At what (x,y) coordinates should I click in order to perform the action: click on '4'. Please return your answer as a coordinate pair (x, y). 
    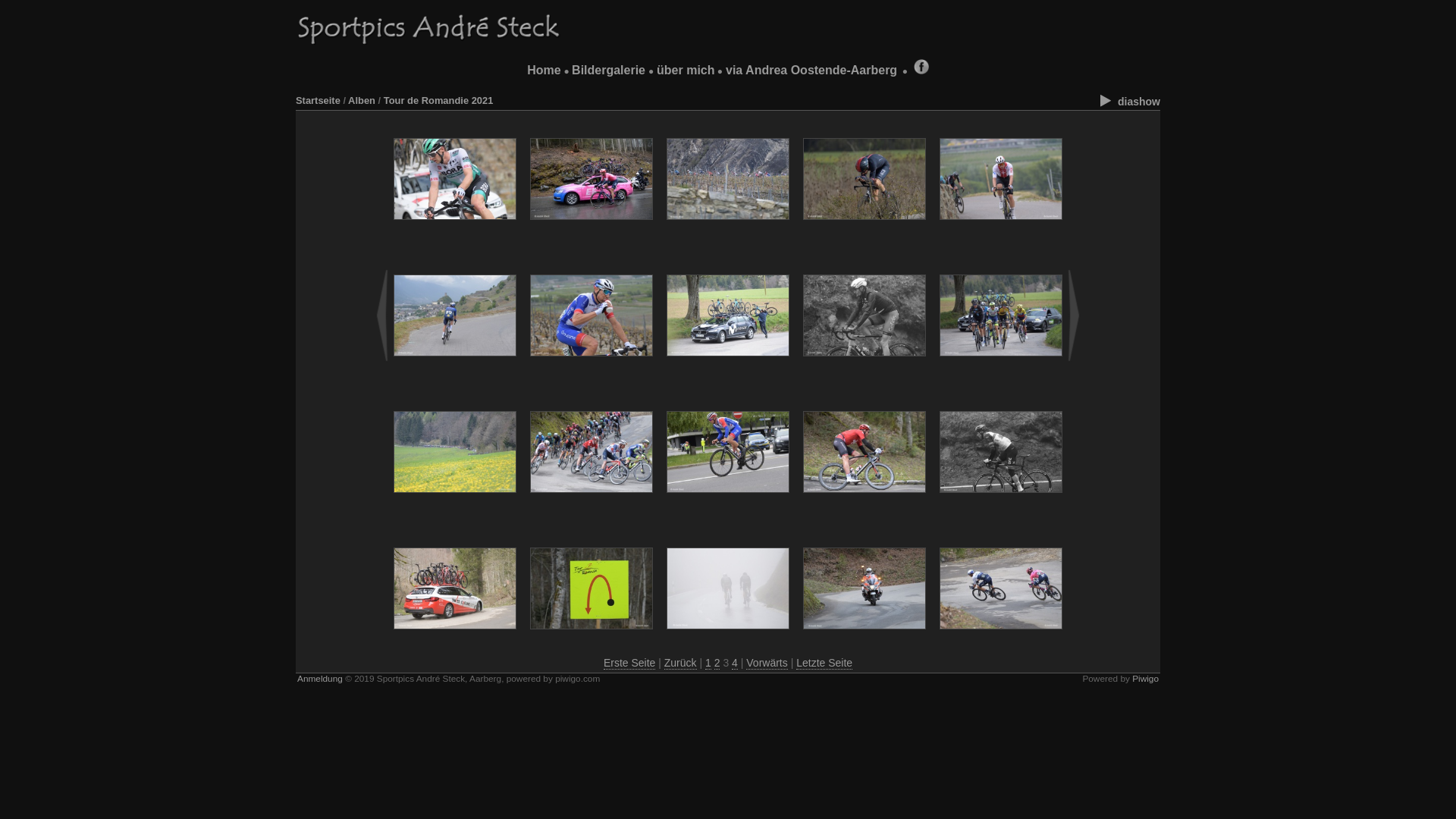
    Looking at the image, I should click on (731, 662).